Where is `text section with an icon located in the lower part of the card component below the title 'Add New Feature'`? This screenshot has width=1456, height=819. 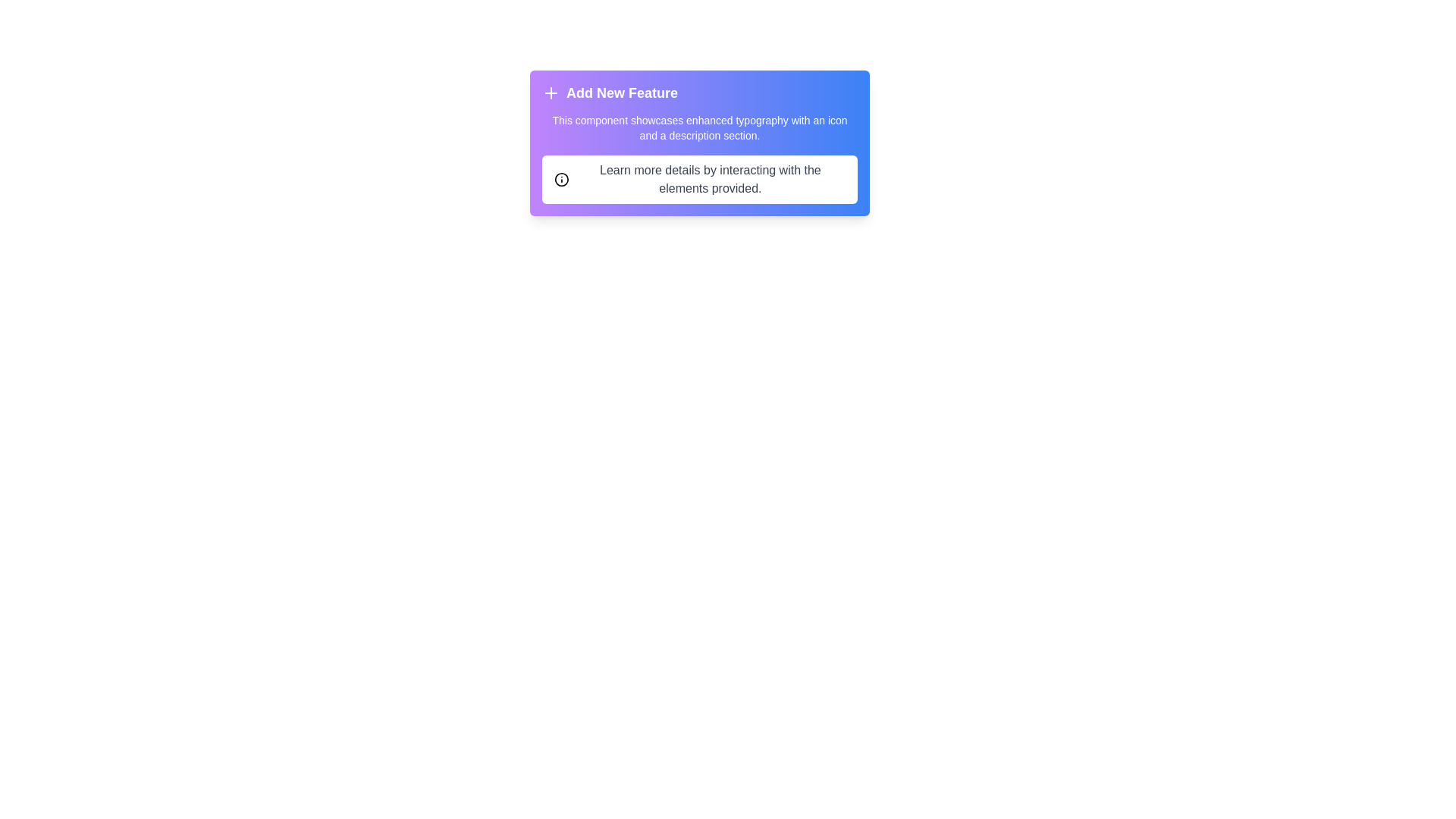
text section with an icon located in the lower part of the card component below the title 'Add New Feature' is located at coordinates (698, 178).